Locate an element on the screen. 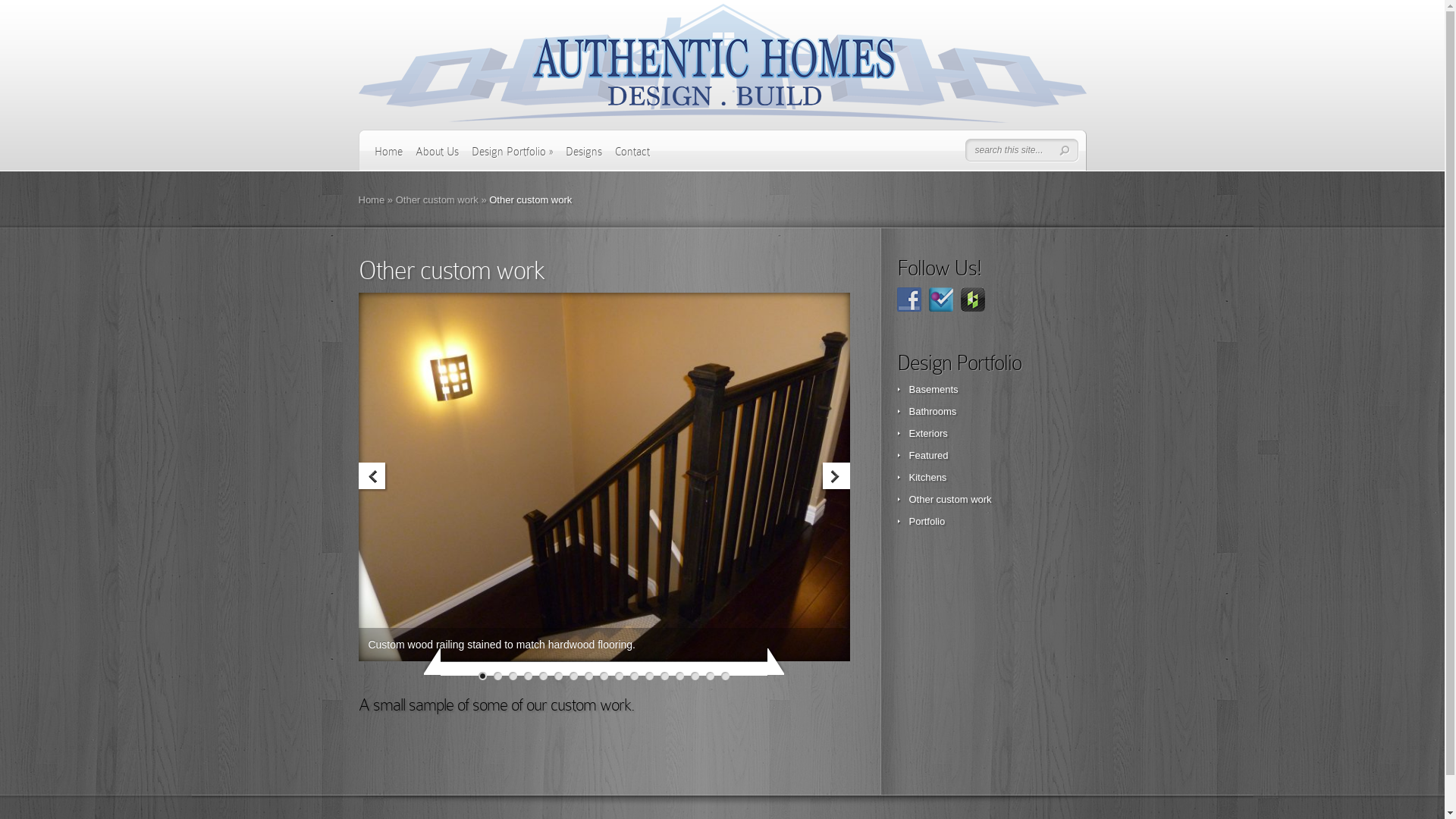  'Bathrooms' is located at coordinates (931, 411).